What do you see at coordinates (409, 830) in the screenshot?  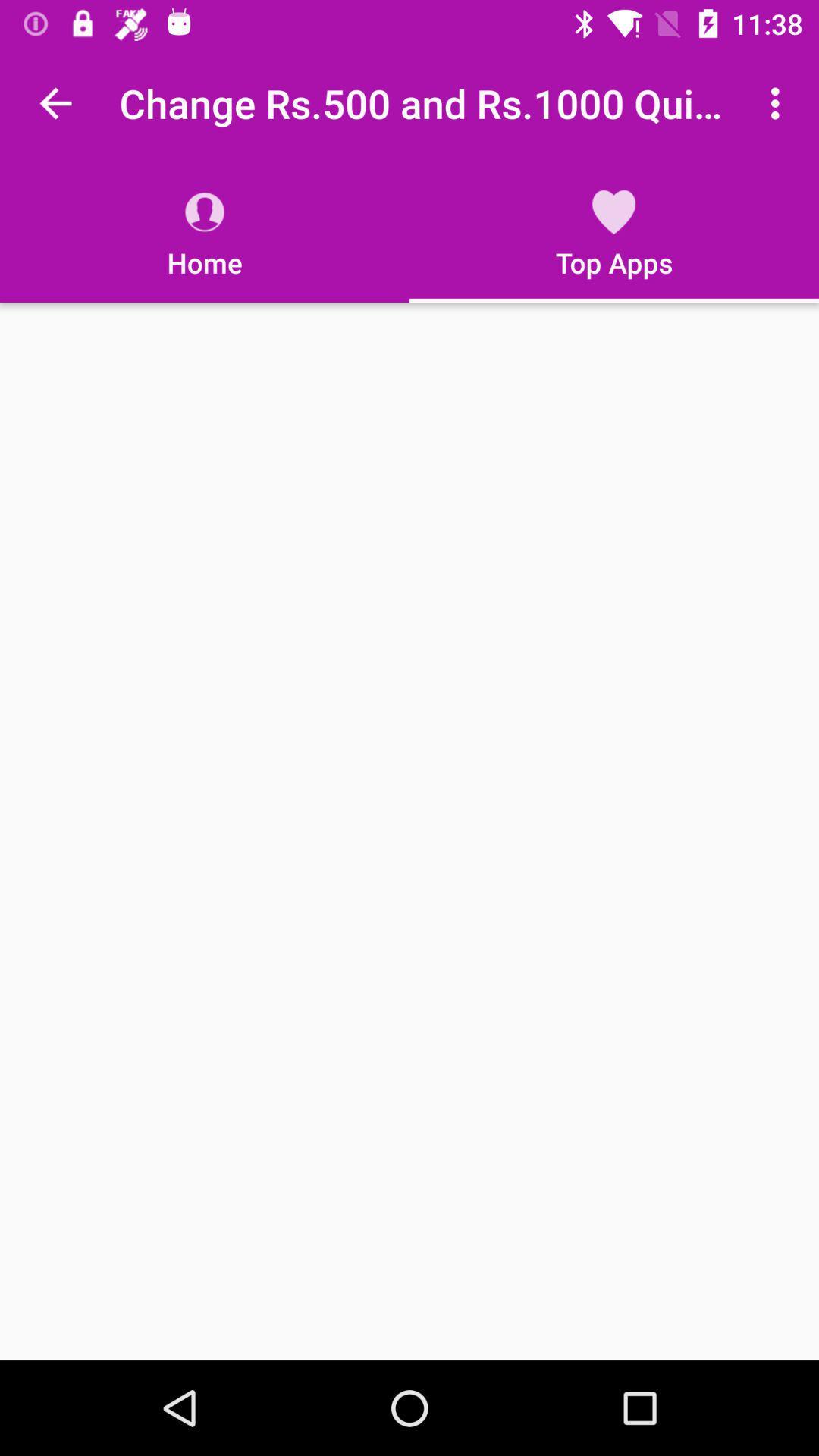 I see `item below home` at bounding box center [409, 830].